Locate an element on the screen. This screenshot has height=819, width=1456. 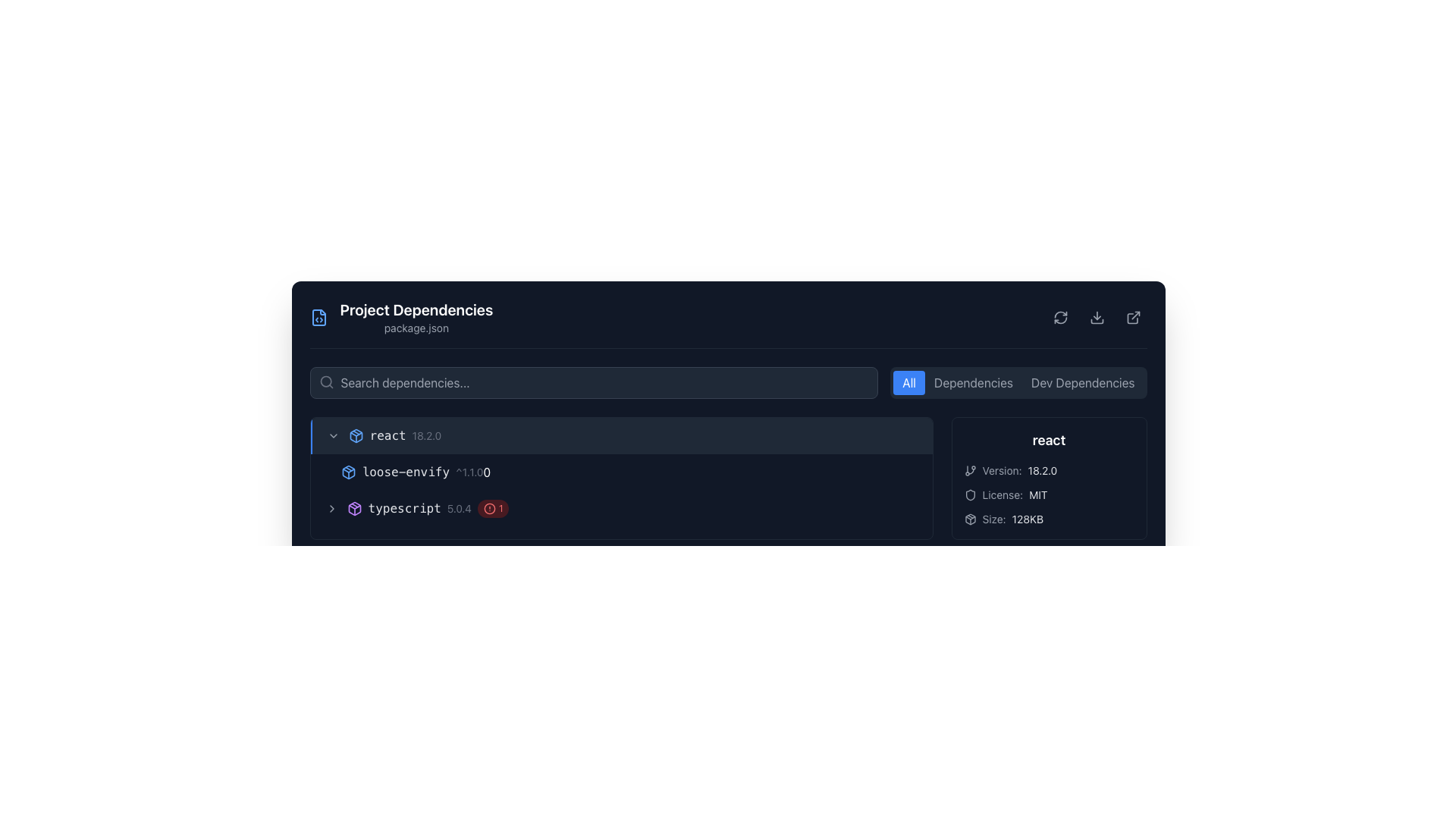
the text label displaying '18.2.0', which is located to the right of the 'react' text in the same row is located at coordinates (425, 435).